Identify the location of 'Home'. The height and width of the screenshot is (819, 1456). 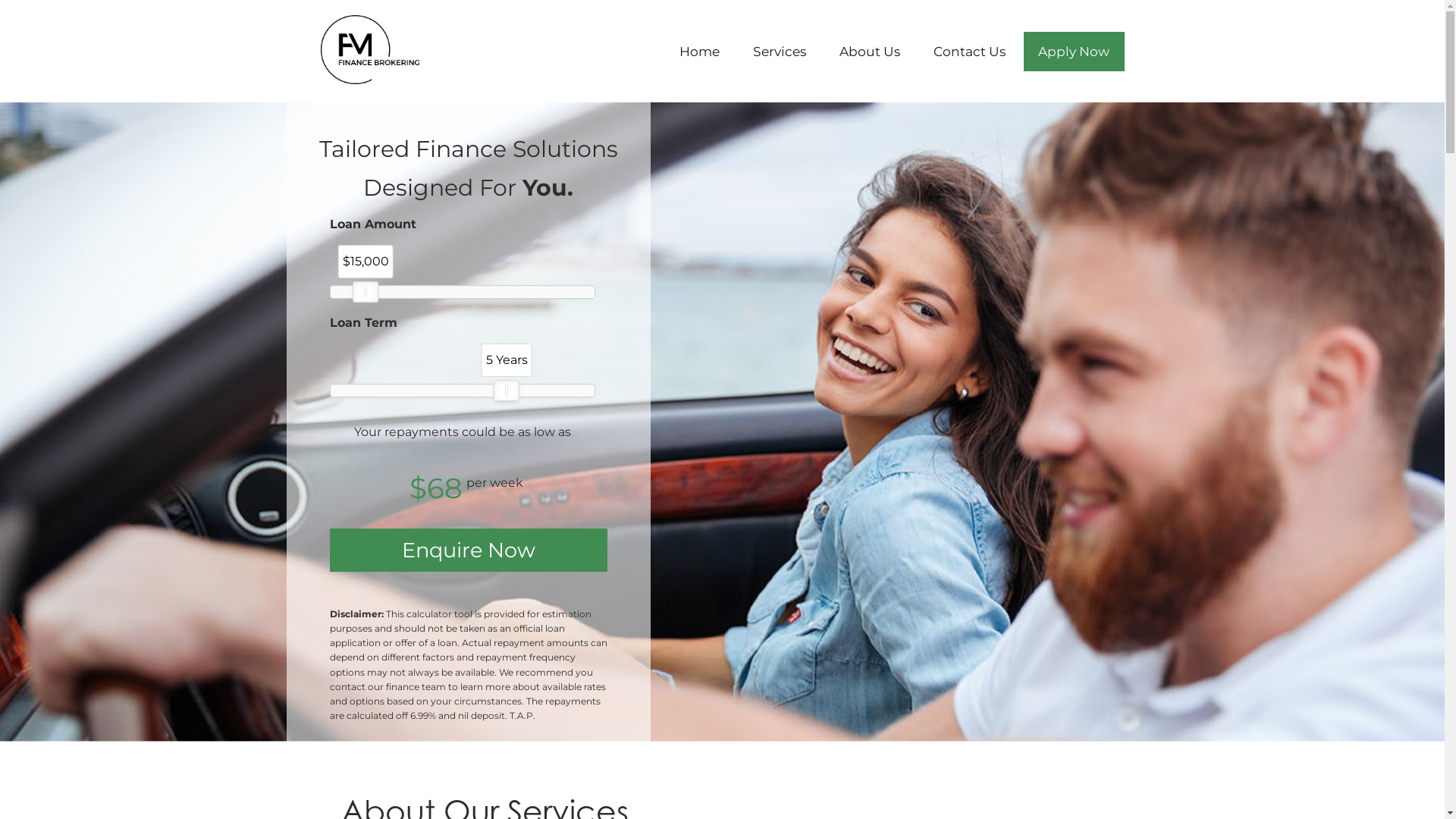
(698, 51).